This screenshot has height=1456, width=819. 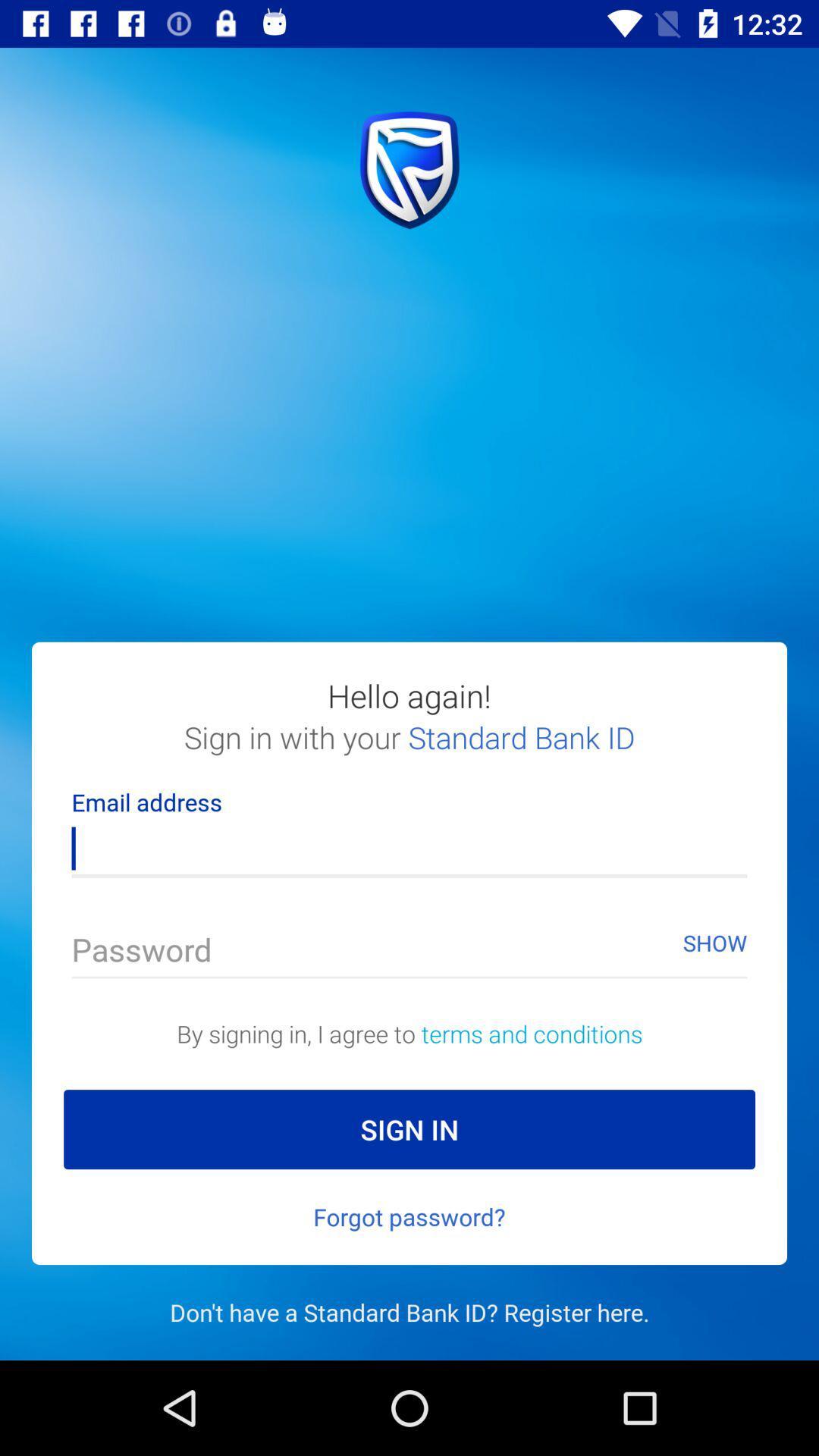 I want to click on bring up password keyboard, so click(x=409, y=952).